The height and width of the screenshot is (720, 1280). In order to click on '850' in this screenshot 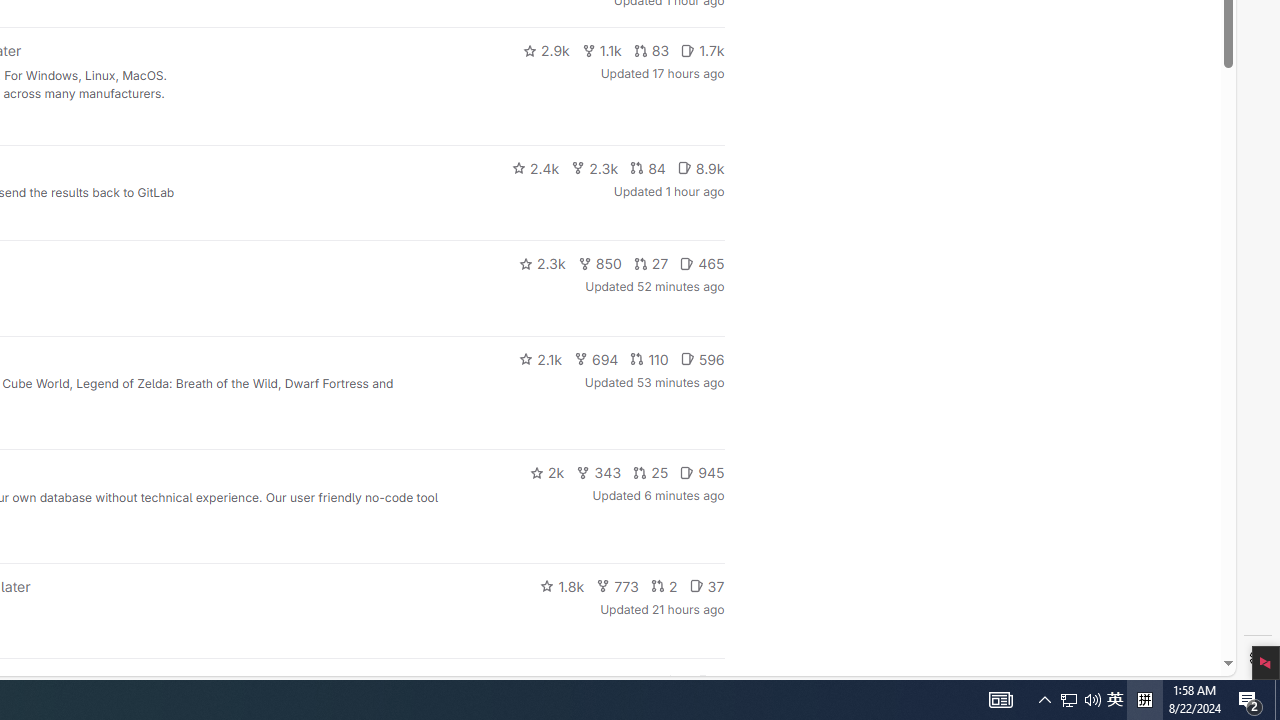, I will do `click(598, 262)`.